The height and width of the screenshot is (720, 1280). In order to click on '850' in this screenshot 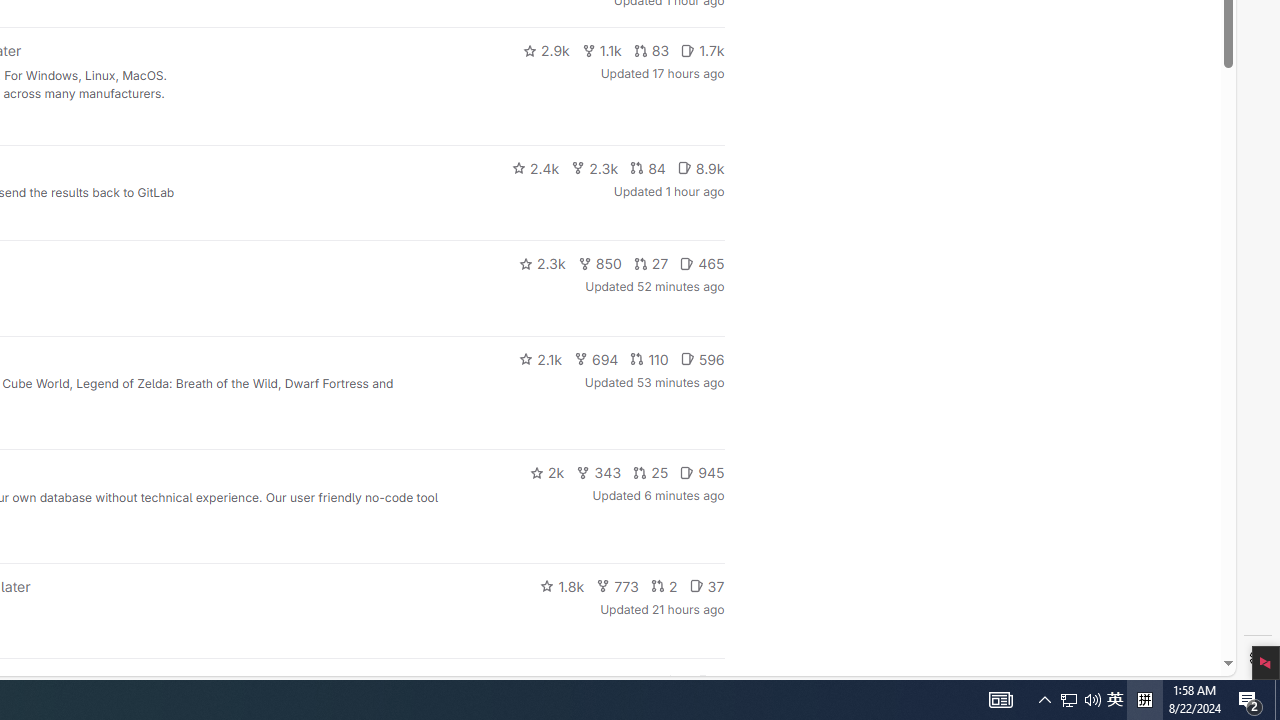, I will do `click(598, 262)`.